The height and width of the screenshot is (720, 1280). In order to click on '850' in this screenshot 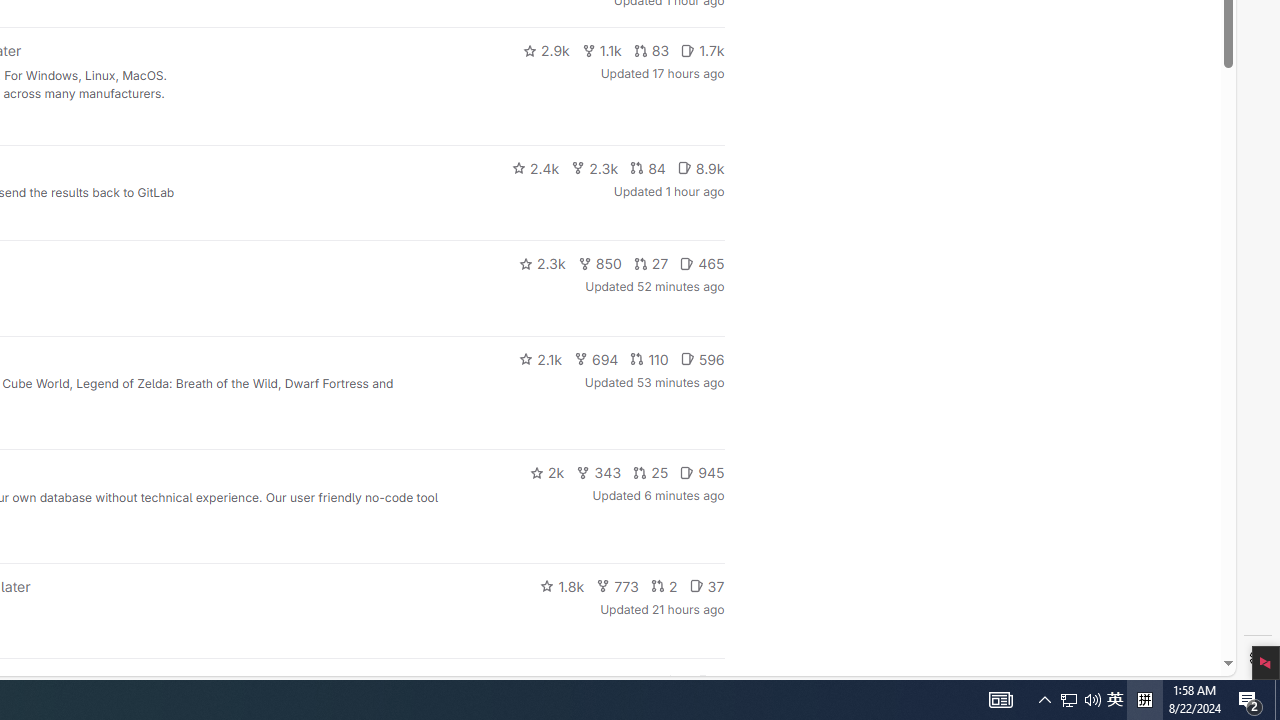, I will do `click(598, 262)`.